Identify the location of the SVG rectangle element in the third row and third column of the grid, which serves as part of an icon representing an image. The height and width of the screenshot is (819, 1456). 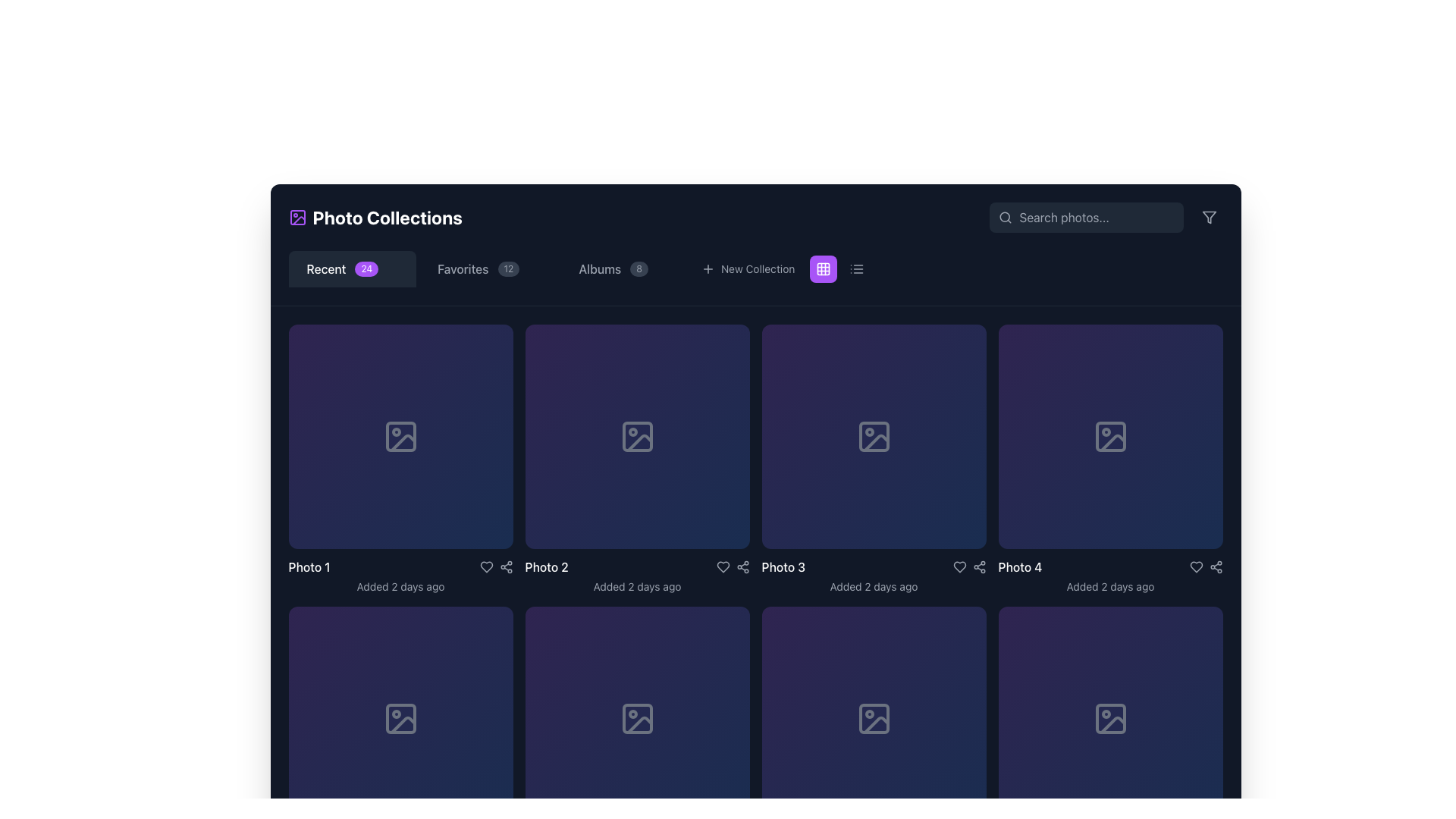
(637, 718).